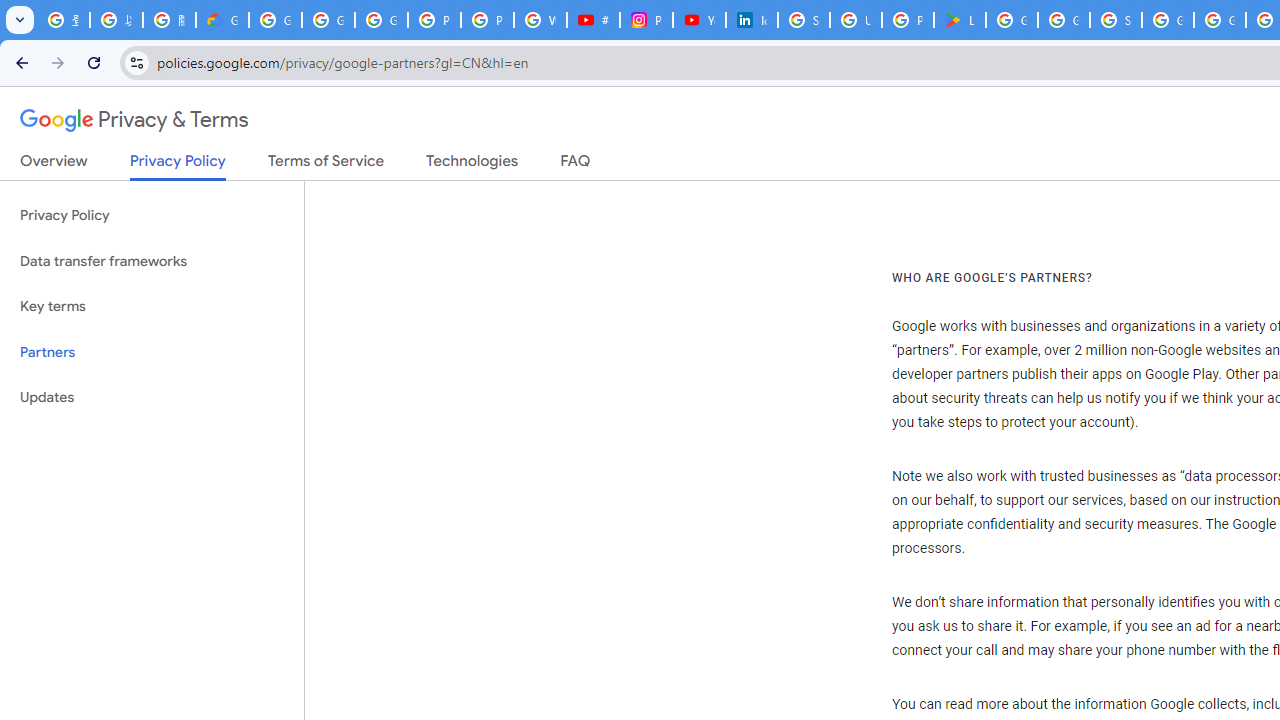 This screenshot has width=1280, height=720. I want to click on 'Key terms', so click(151, 306).